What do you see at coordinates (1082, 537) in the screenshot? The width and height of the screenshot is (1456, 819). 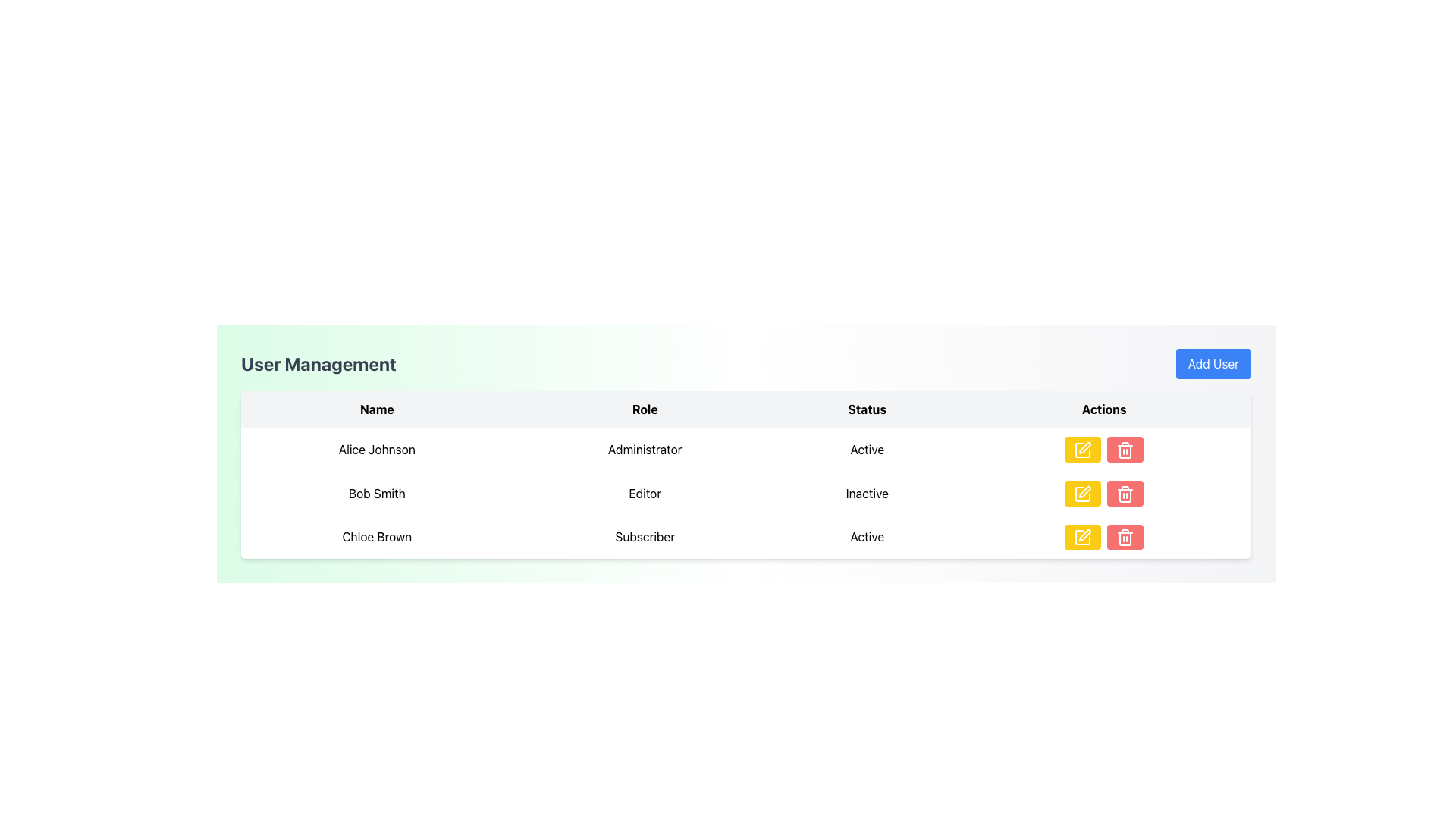 I see `the yellow 'Edit' button in the third row of the 'Actions' column` at bounding box center [1082, 537].